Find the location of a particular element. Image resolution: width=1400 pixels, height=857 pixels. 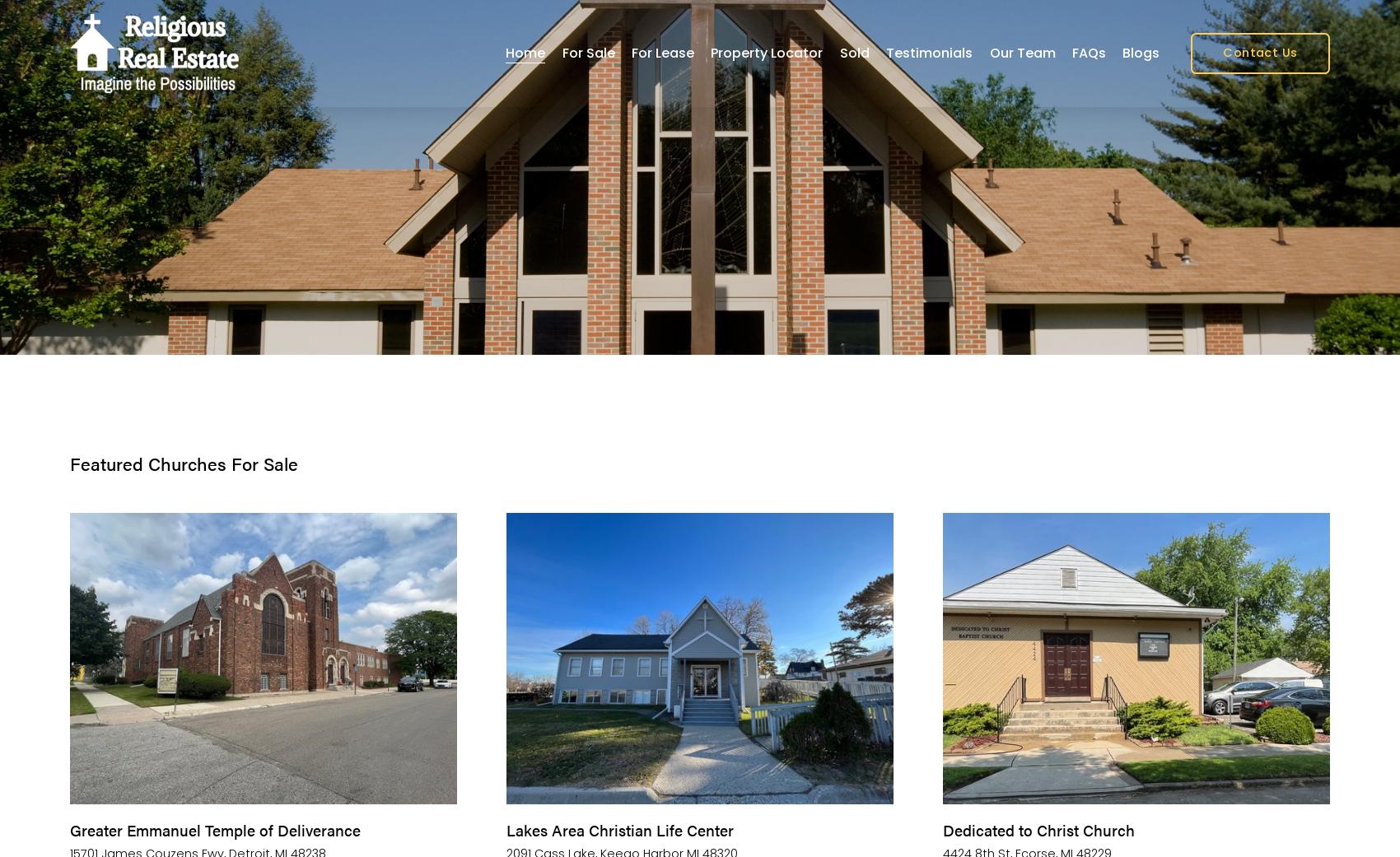

'Lakes Area Christian Life Center' is located at coordinates (618, 828).